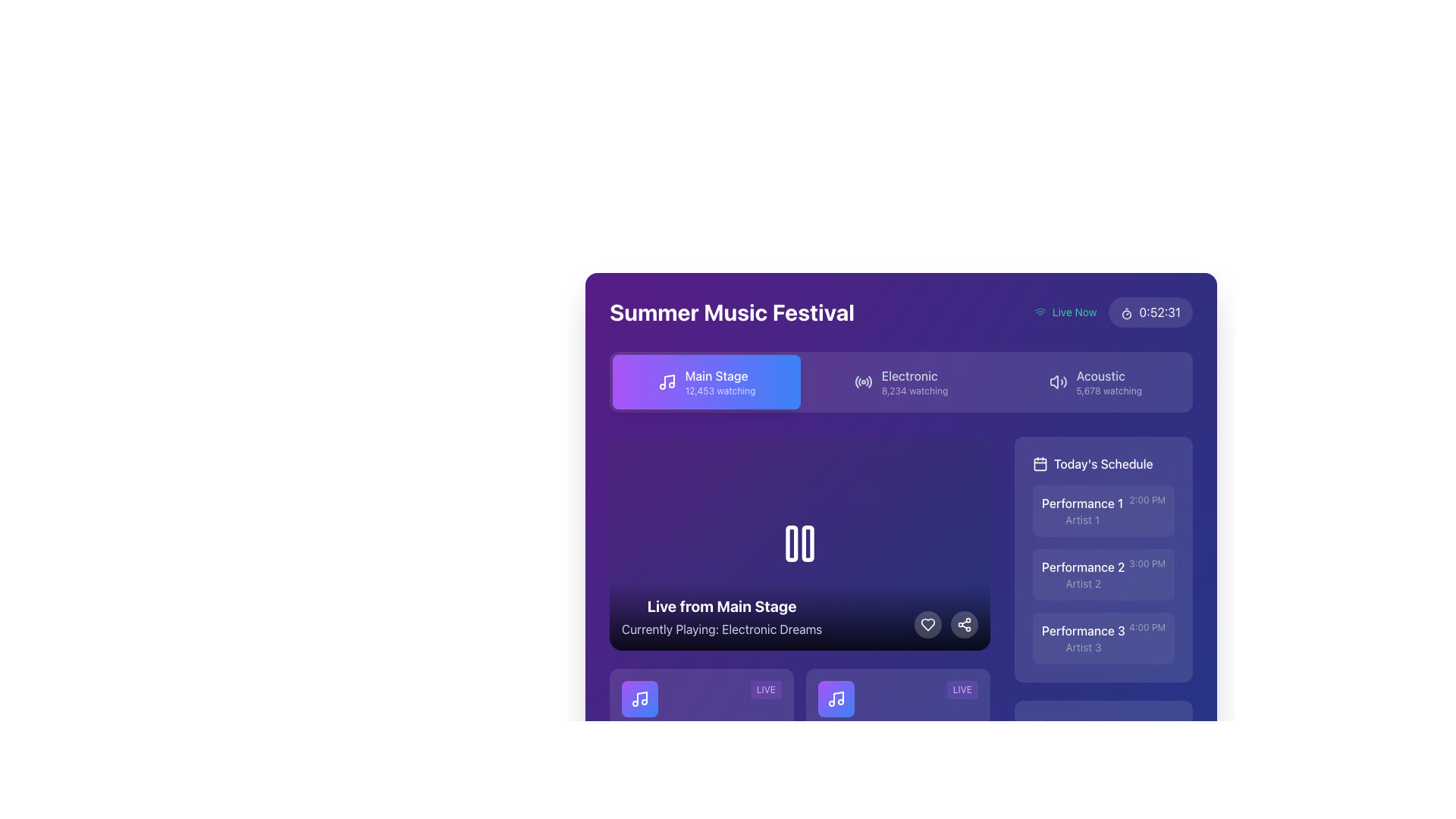 This screenshot has width=1456, height=819. Describe the element at coordinates (640, 698) in the screenshot. I see `the music note icon located in the bottom left section of the grid` at that location.